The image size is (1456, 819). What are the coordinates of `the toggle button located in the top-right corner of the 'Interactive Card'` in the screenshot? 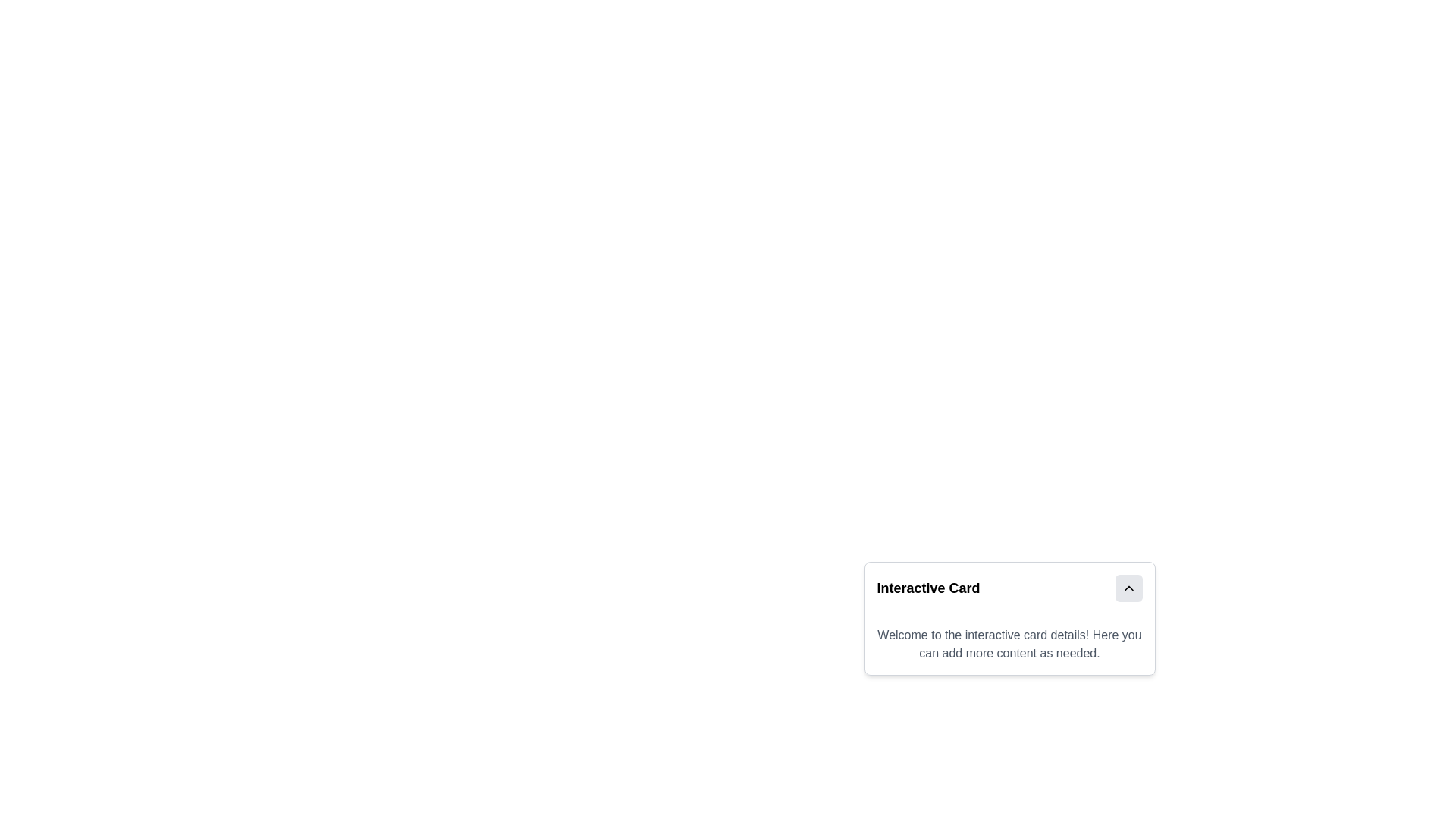 It's located at (1128, 587).